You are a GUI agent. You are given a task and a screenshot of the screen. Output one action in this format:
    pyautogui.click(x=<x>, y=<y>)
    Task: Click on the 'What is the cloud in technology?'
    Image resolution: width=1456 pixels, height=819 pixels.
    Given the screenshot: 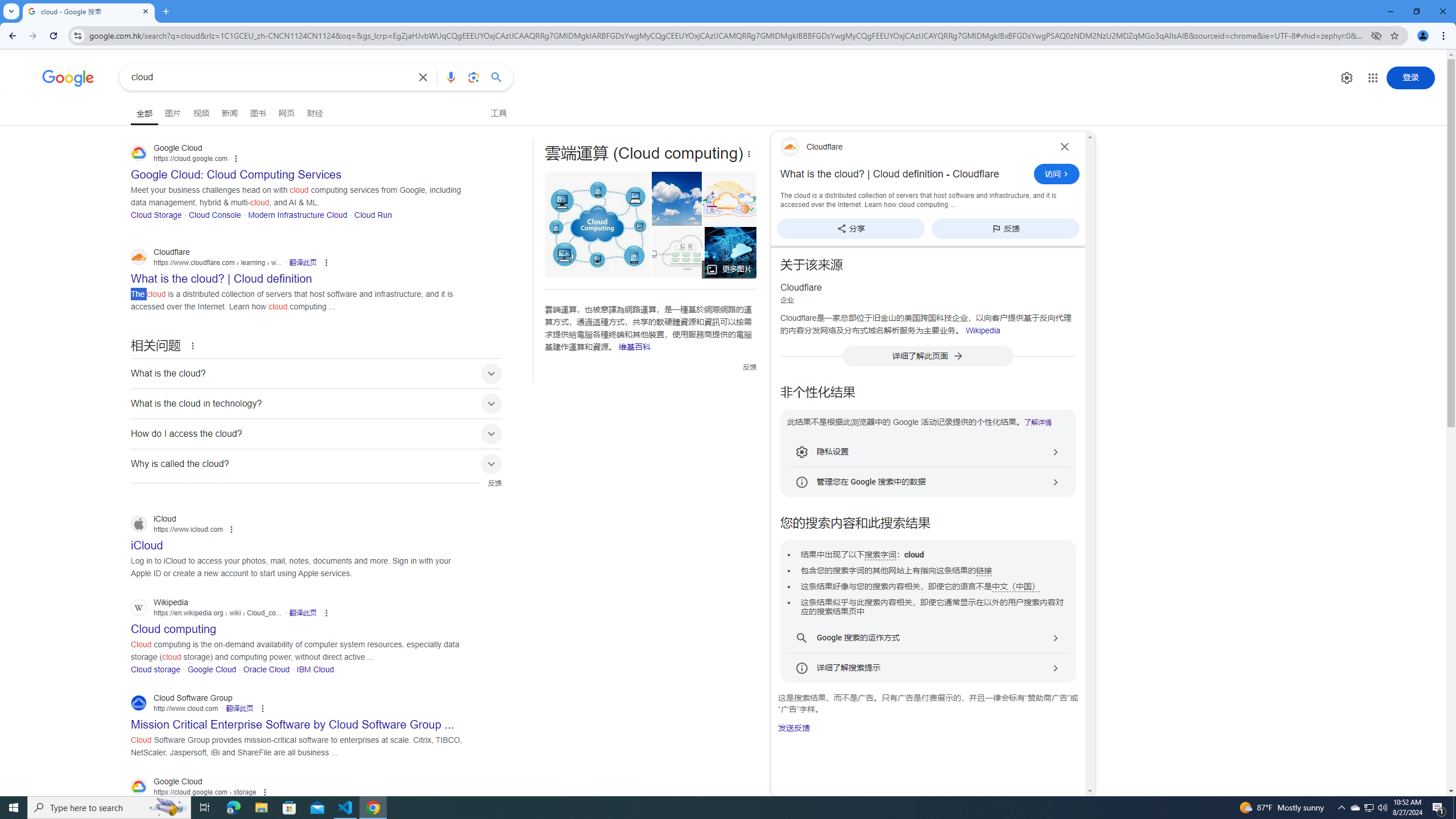 What is the action you would take?
    pyautogui.click(x=316, y=403)
    